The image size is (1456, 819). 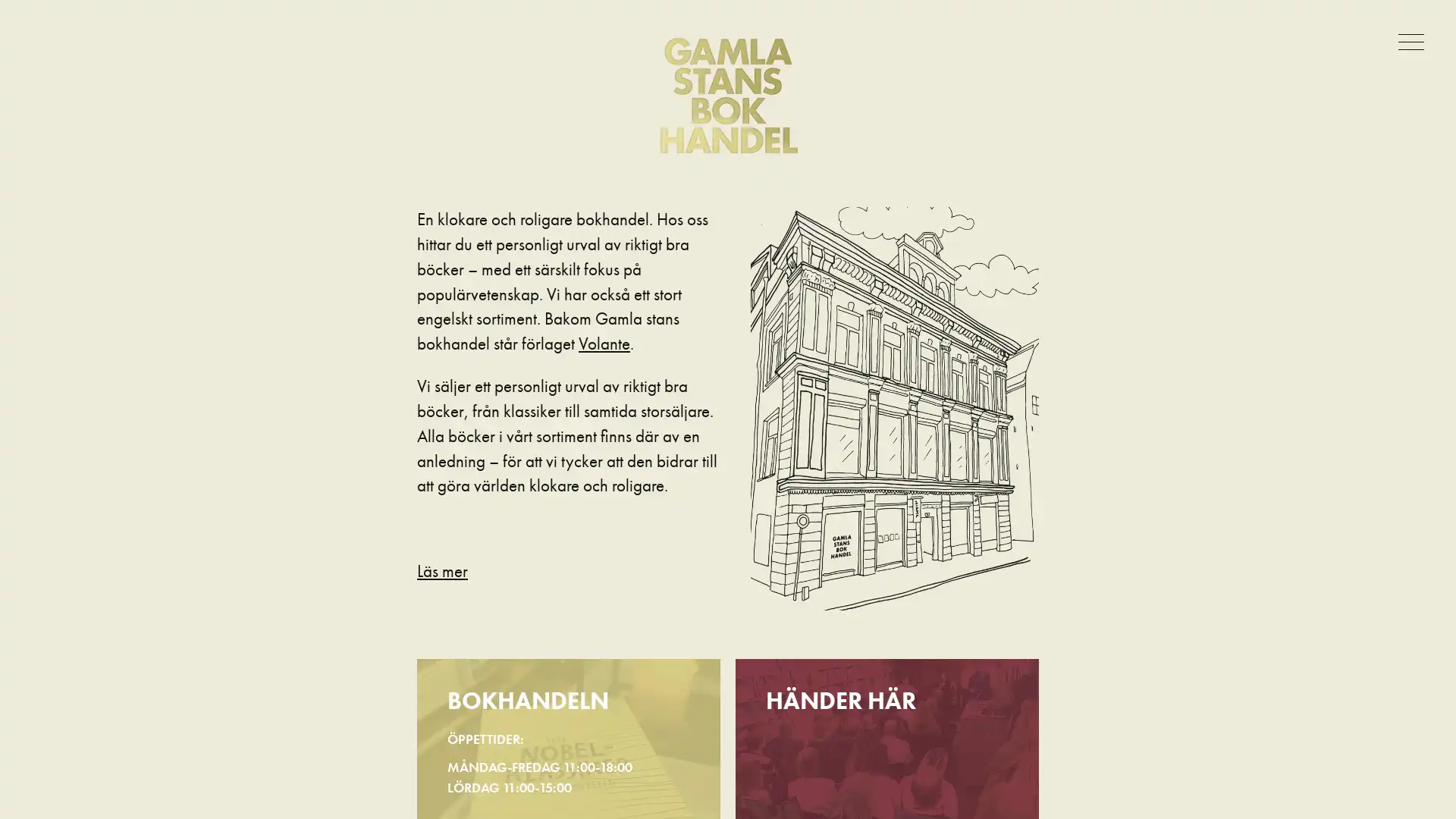 What do you see at coordinates (666, 483) in the screenshot?
I see `Prenumerera` at bounding box center [666, 483].